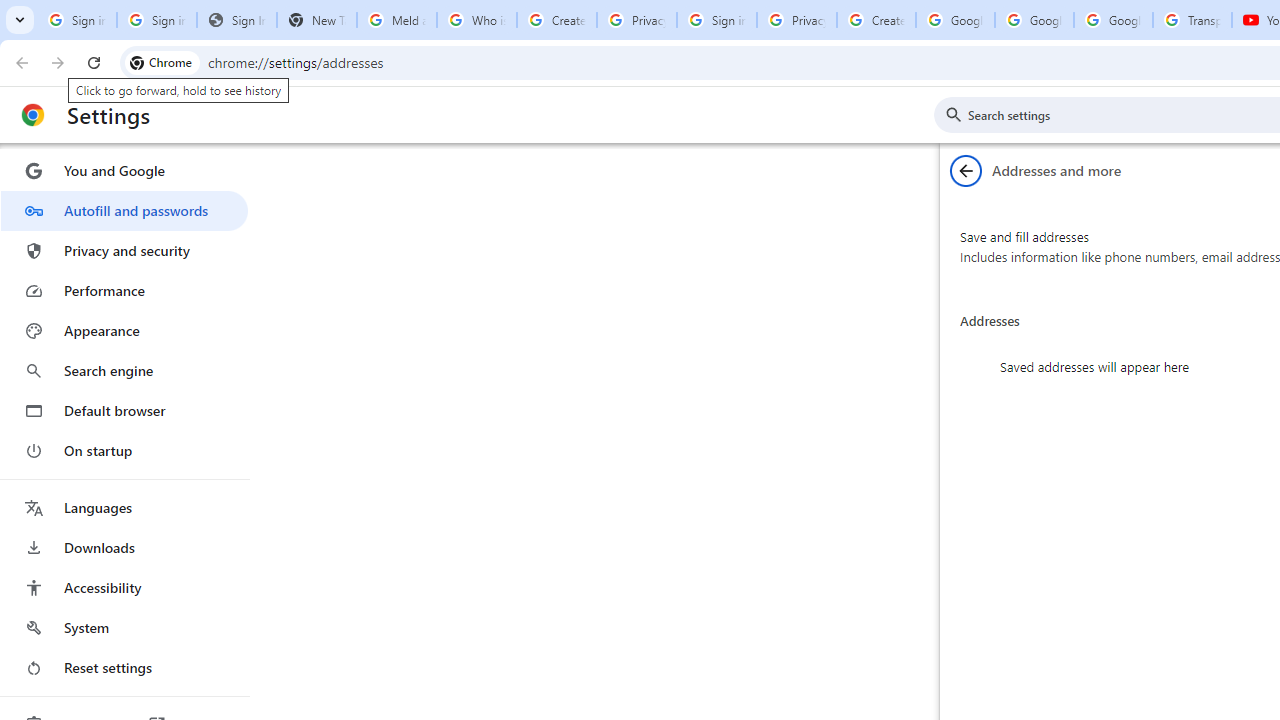  What do you see at coordinates (716, 20) in the screenshot?
I see `'Sign in - Google Accounts'` at bounding box center [716, 20].